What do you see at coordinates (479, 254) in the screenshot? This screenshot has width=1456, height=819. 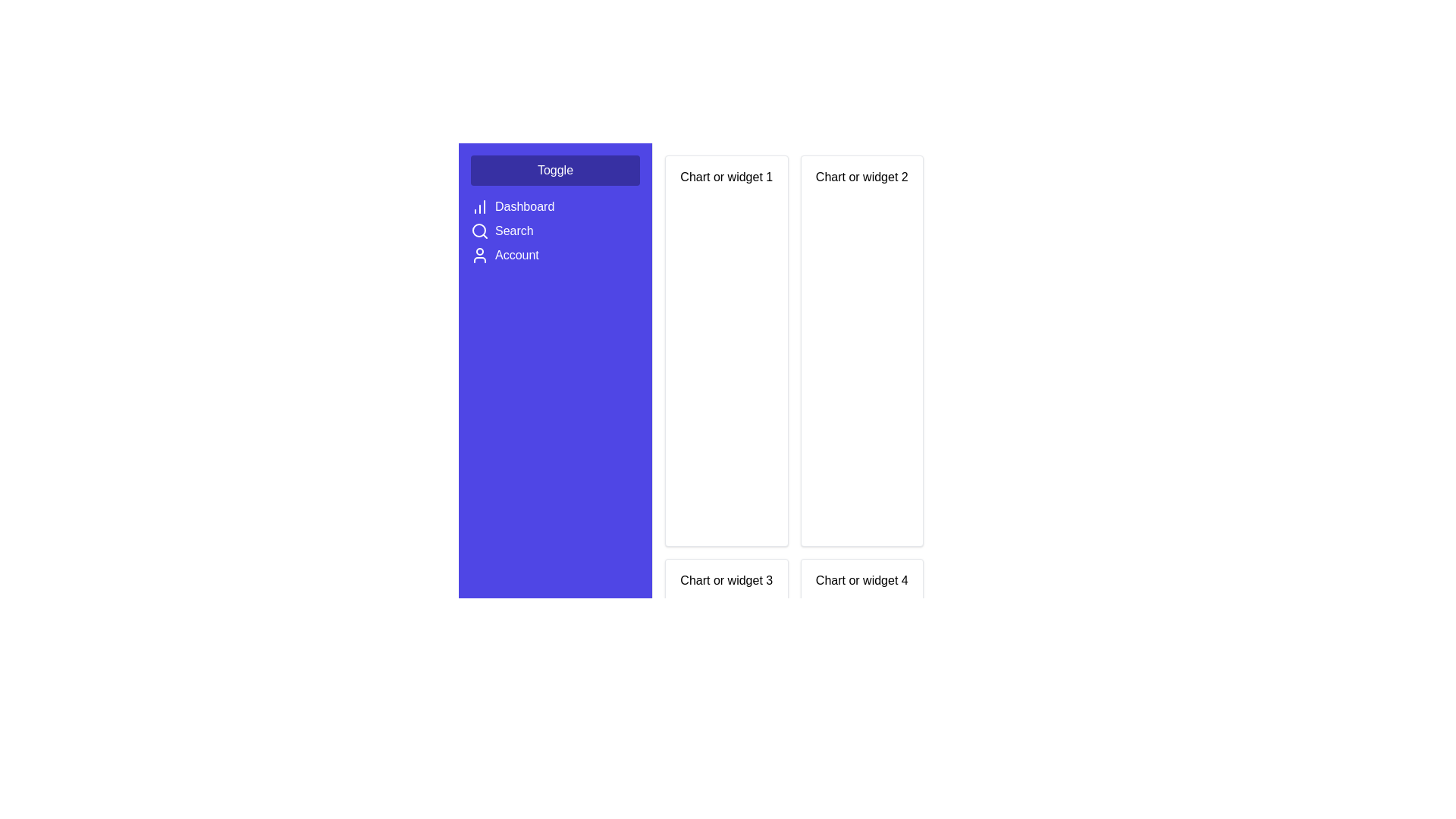 I see `the user account icon located in the left navigation panel, beneath the 'Search' menu item and to the left of the 'Account' label` at bounding box center [479, 254].